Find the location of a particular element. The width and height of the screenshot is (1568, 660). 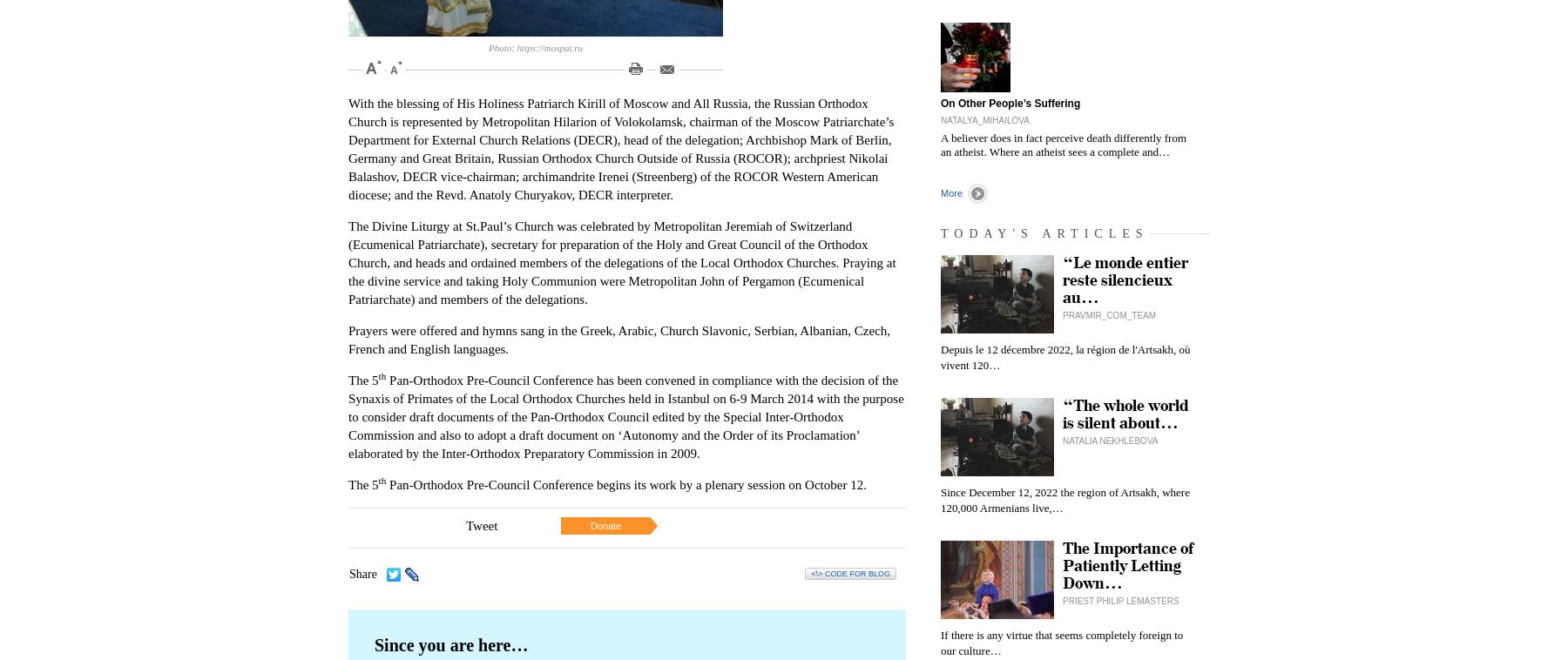

'If there is any virtue that seems completely foreign to our culture…' is located at coordinates (1060, 643).